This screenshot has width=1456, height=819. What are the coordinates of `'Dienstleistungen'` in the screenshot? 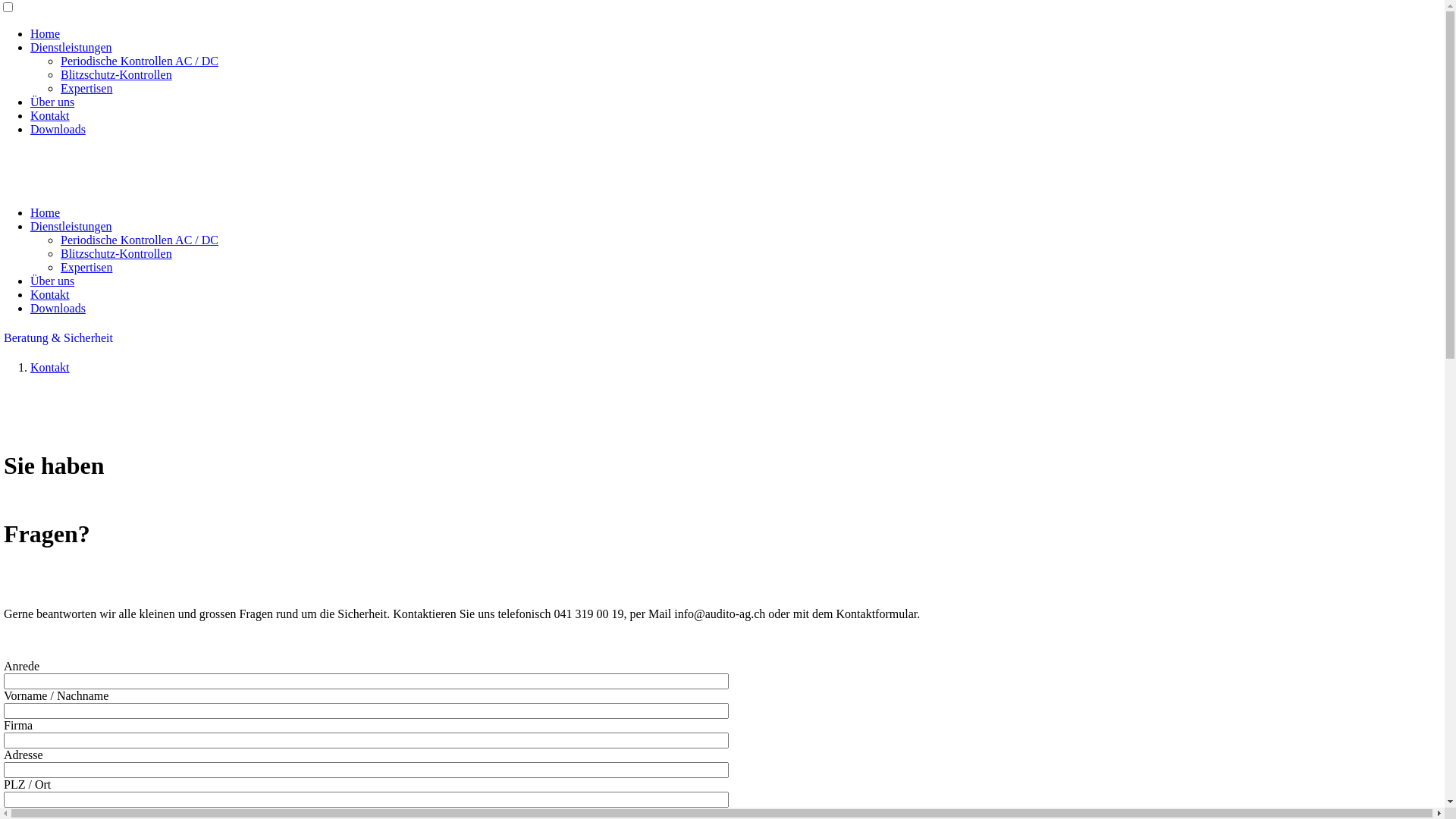 It's located at (71, 46).